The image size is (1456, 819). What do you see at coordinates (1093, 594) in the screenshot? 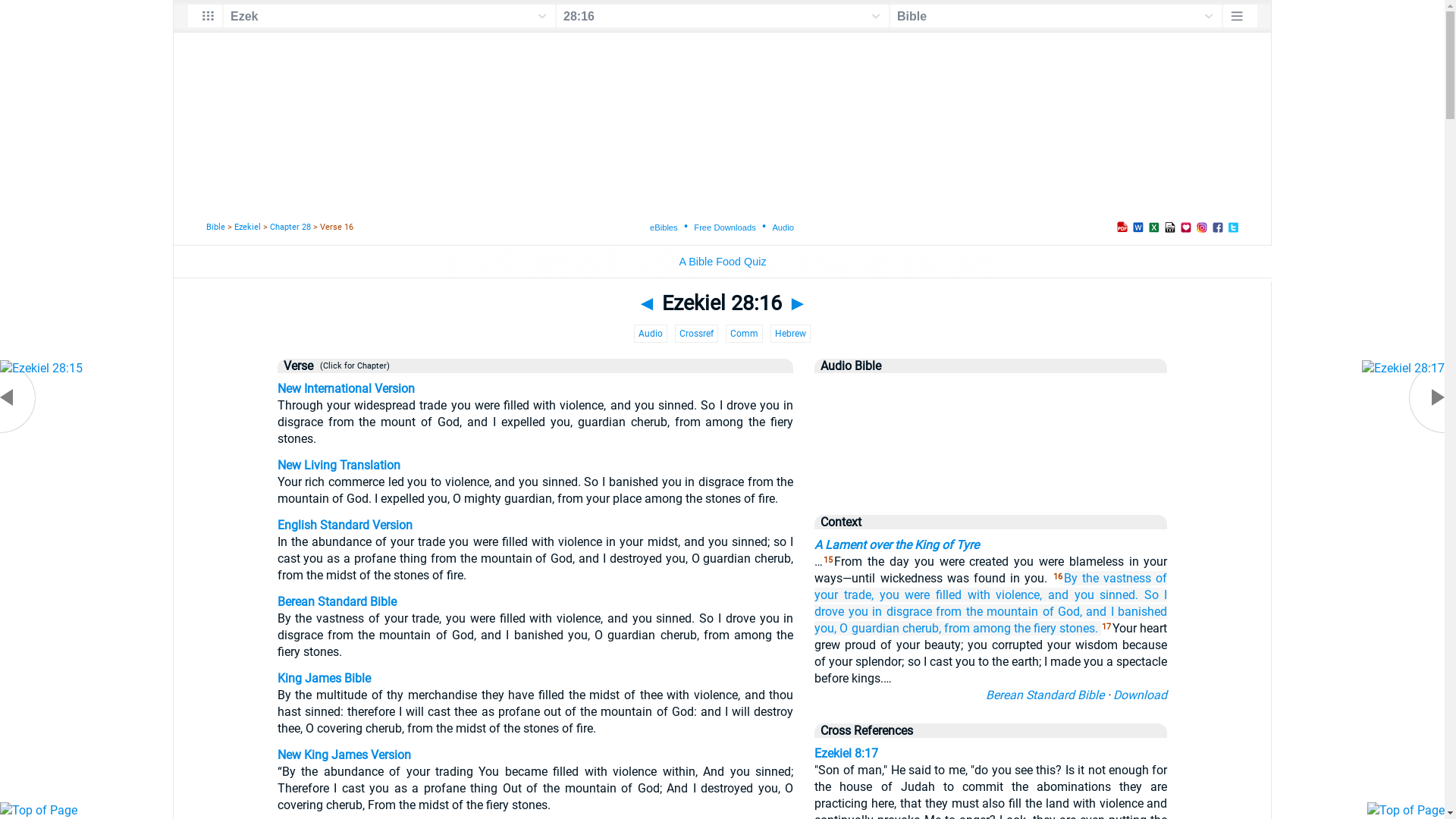
I see `'and you sinned.'` at bounding box center [1093, 594].